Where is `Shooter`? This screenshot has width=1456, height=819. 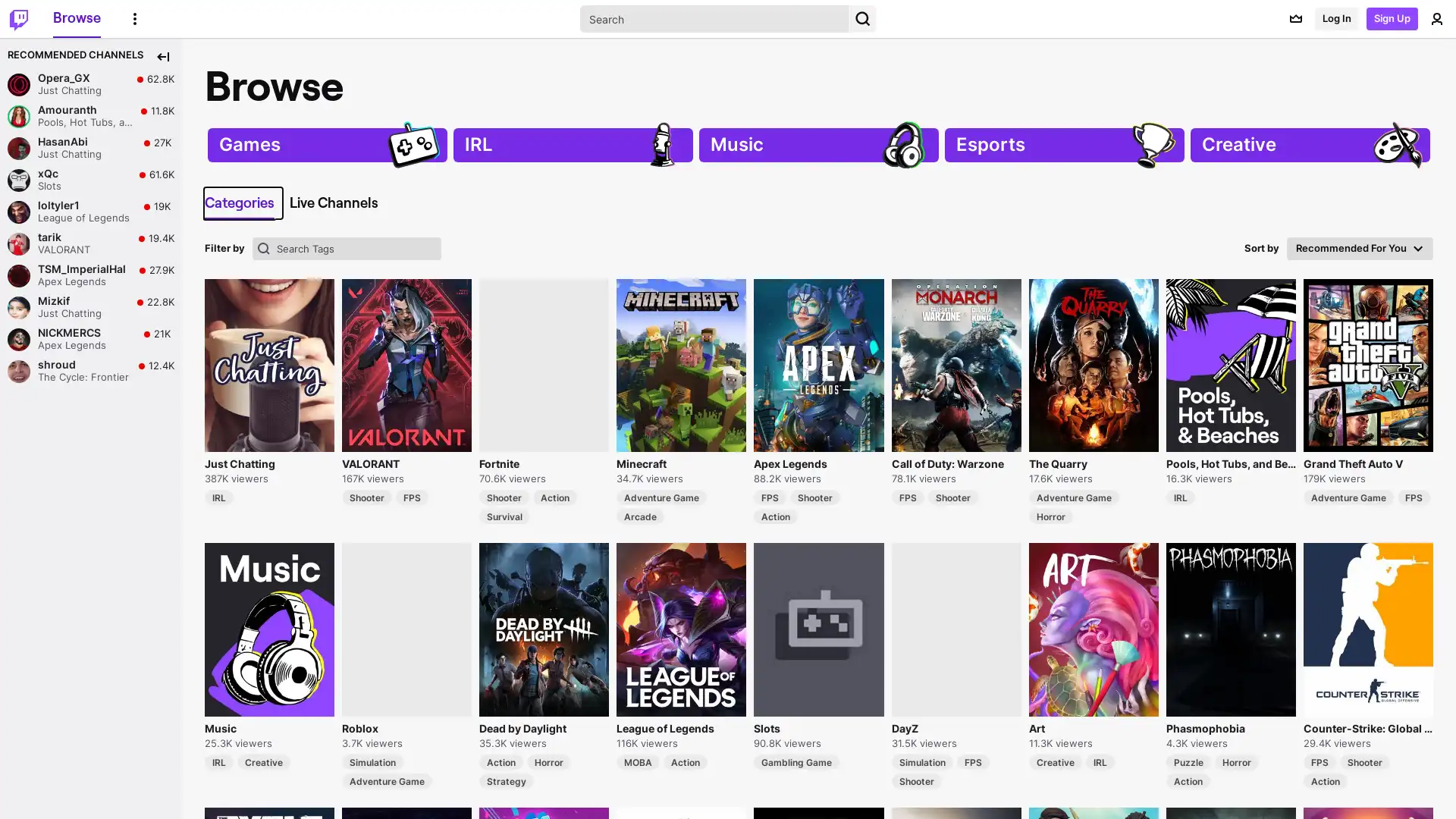
Shooter is located at coordinates (915, 780).